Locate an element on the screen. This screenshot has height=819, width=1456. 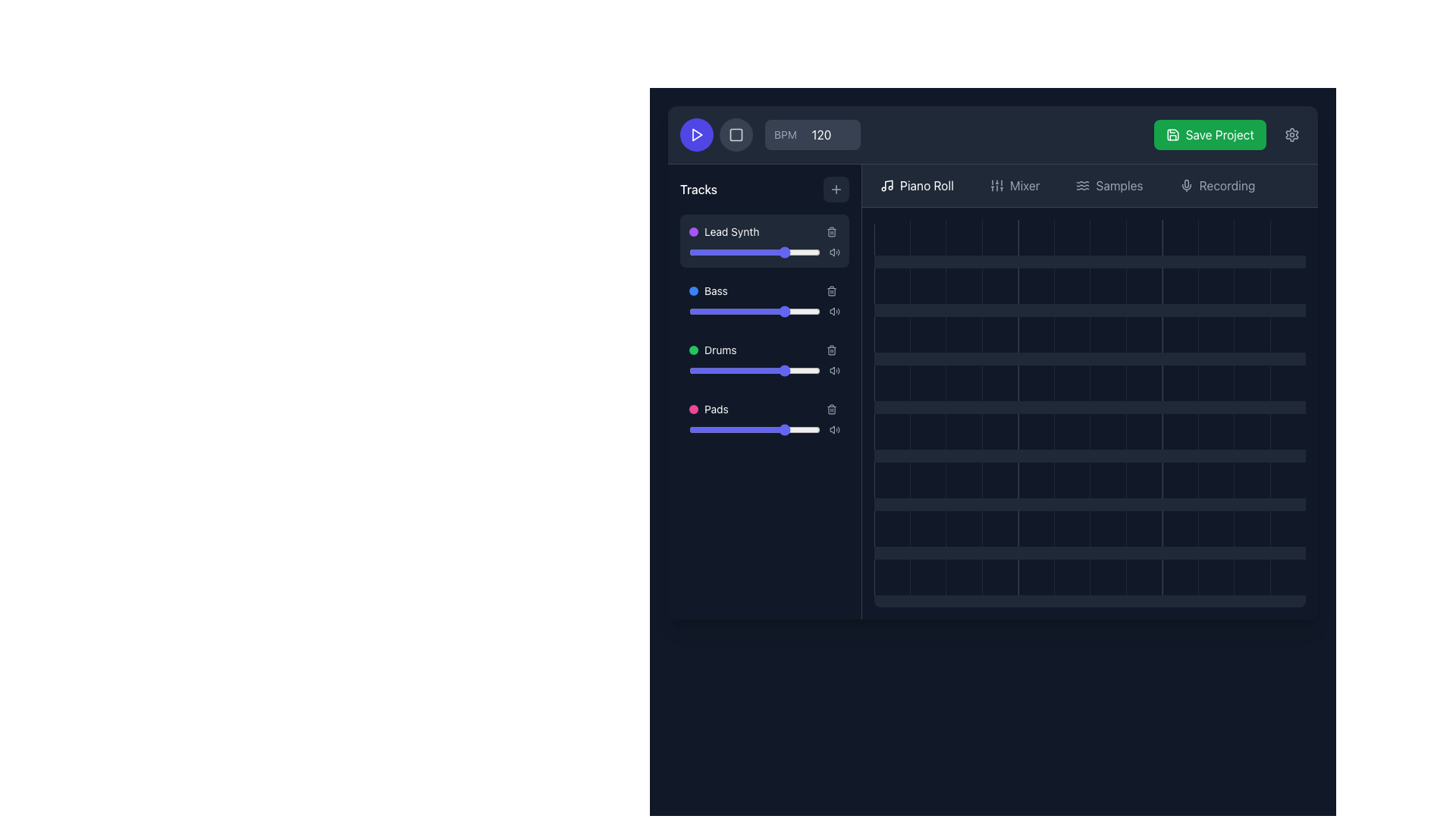
the interactive grid cell located in the last row and the second column from the left is located at coordinates (927, 577).